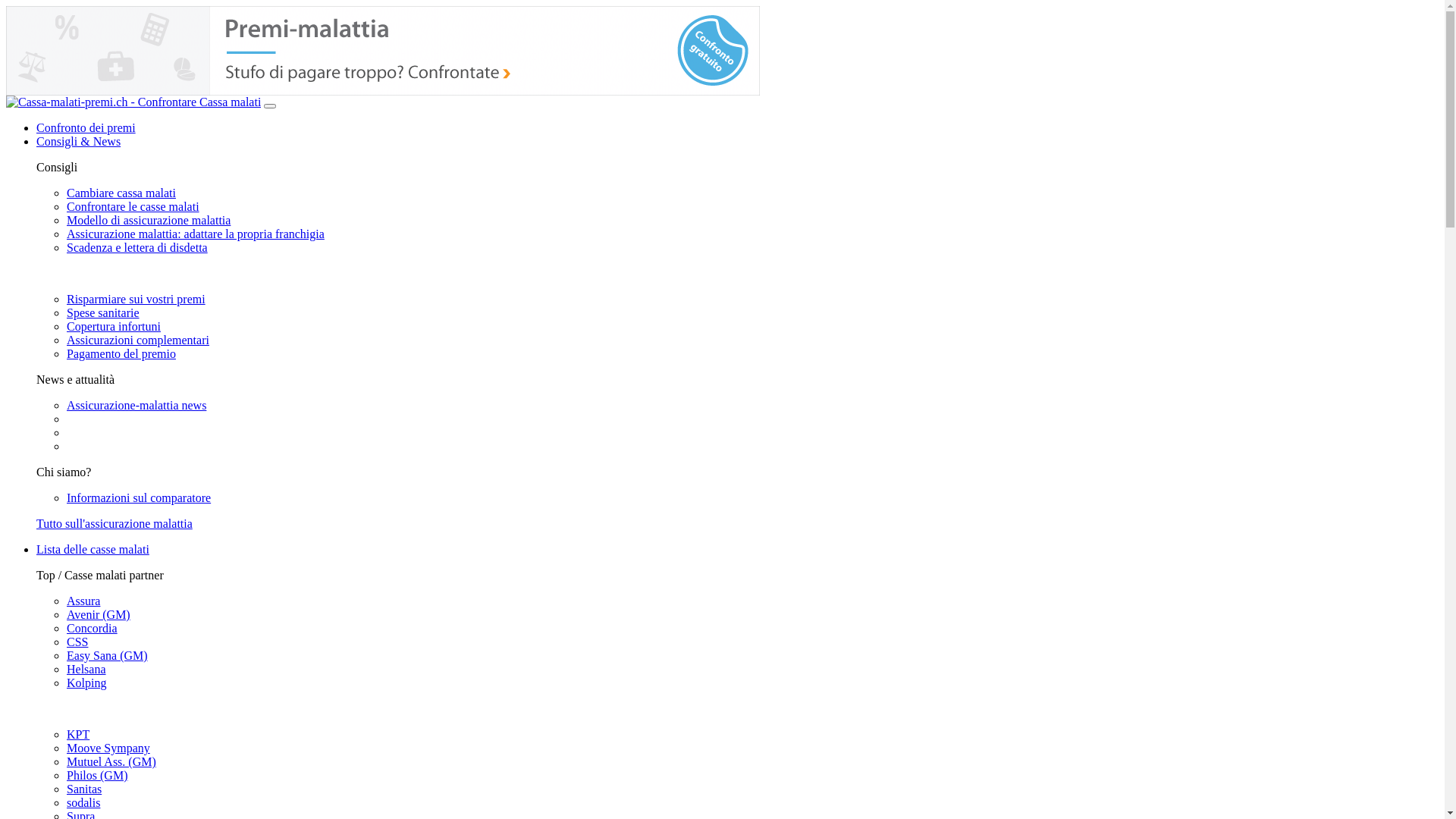 The height and width of the screenshot is (819, 1456). What do you see at coordinates (136, 404) in the screenshot?
I see `'Assicurazione-malattia news'` at bounding box center [136, 404].